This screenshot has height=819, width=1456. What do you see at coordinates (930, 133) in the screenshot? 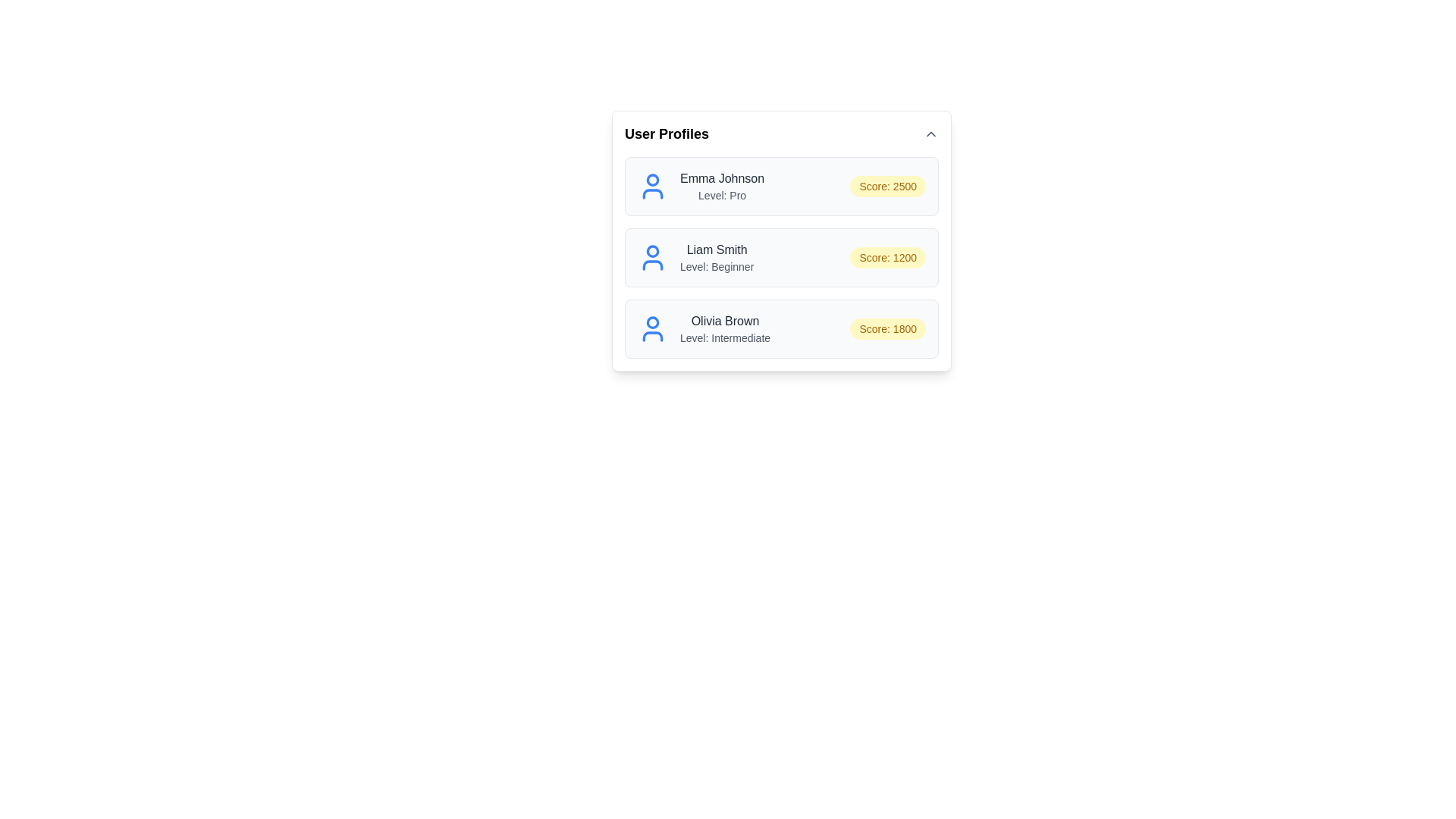
I see `the icon button located in the top-right corner of the 'User Profiles' section` at bounding box center [930, 133].